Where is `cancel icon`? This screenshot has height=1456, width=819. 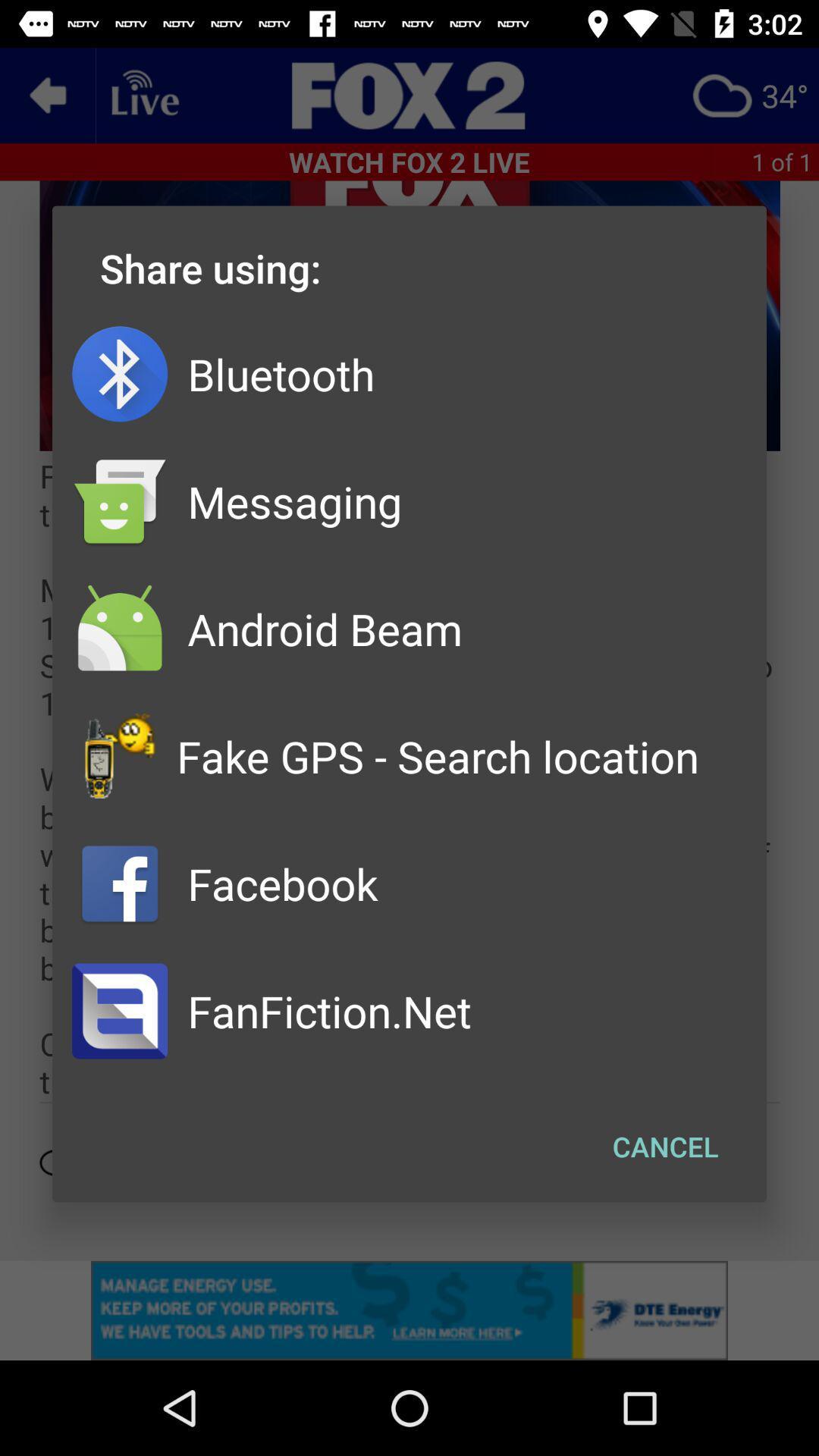
cancel icon is located at coordinates (664, 1147).